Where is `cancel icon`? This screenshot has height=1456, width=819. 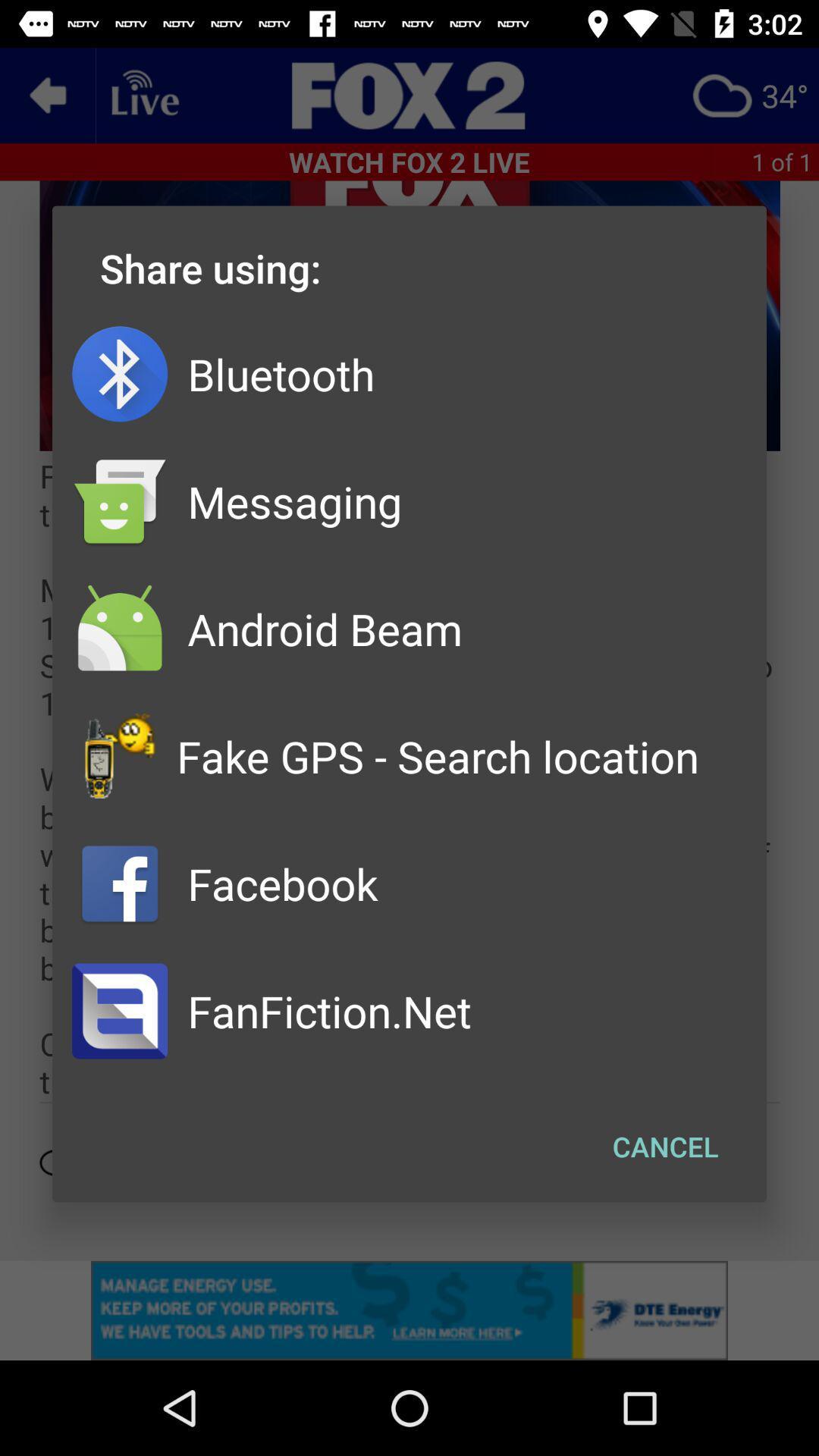
cancel icon is located at coordinates (664, 1147).